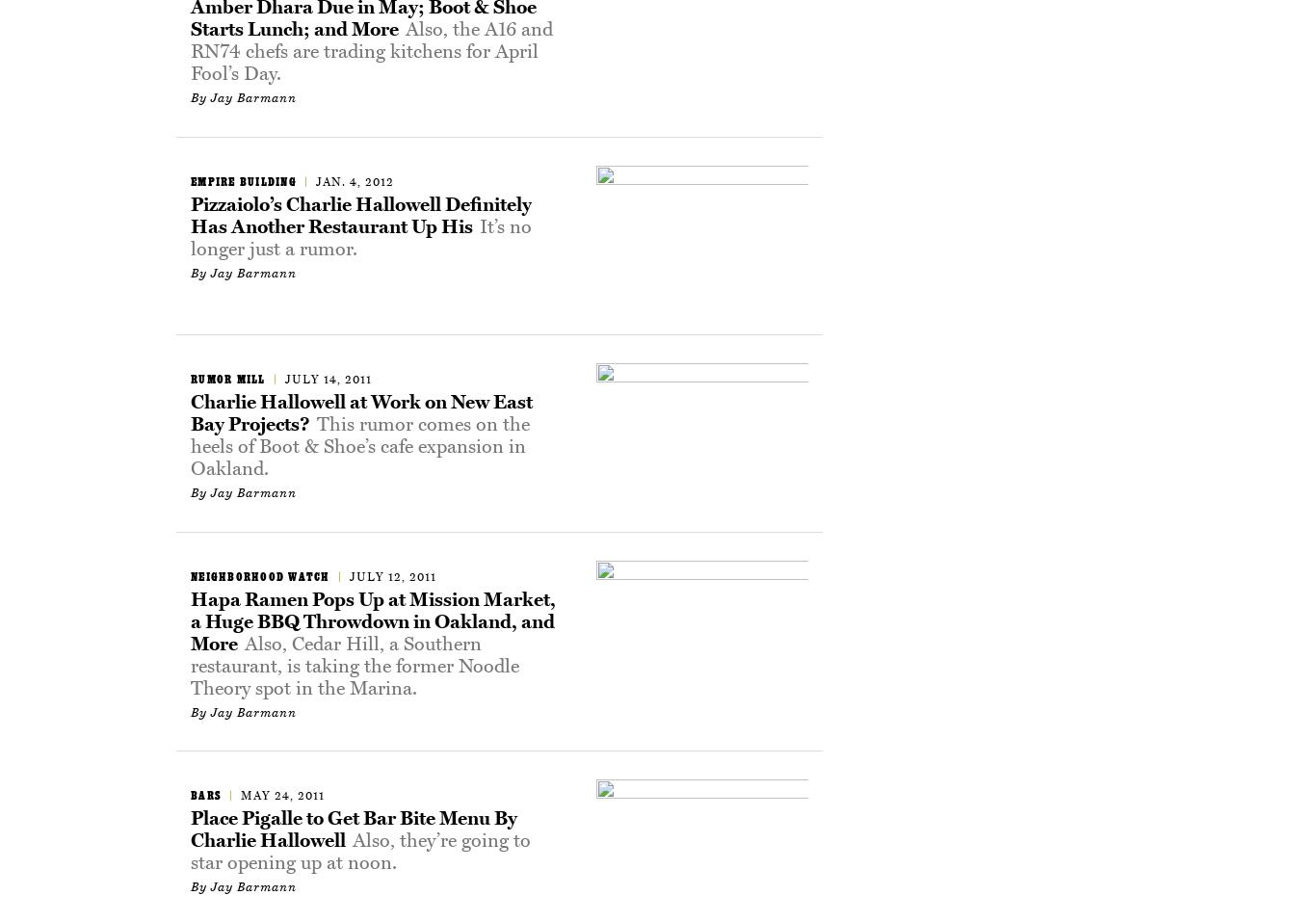 This screenshot has height=922, width=1316. I want to click on 'Place Pigalle to Get Bar Bite Menu By Charlie Hallowell', so click(353, 828).